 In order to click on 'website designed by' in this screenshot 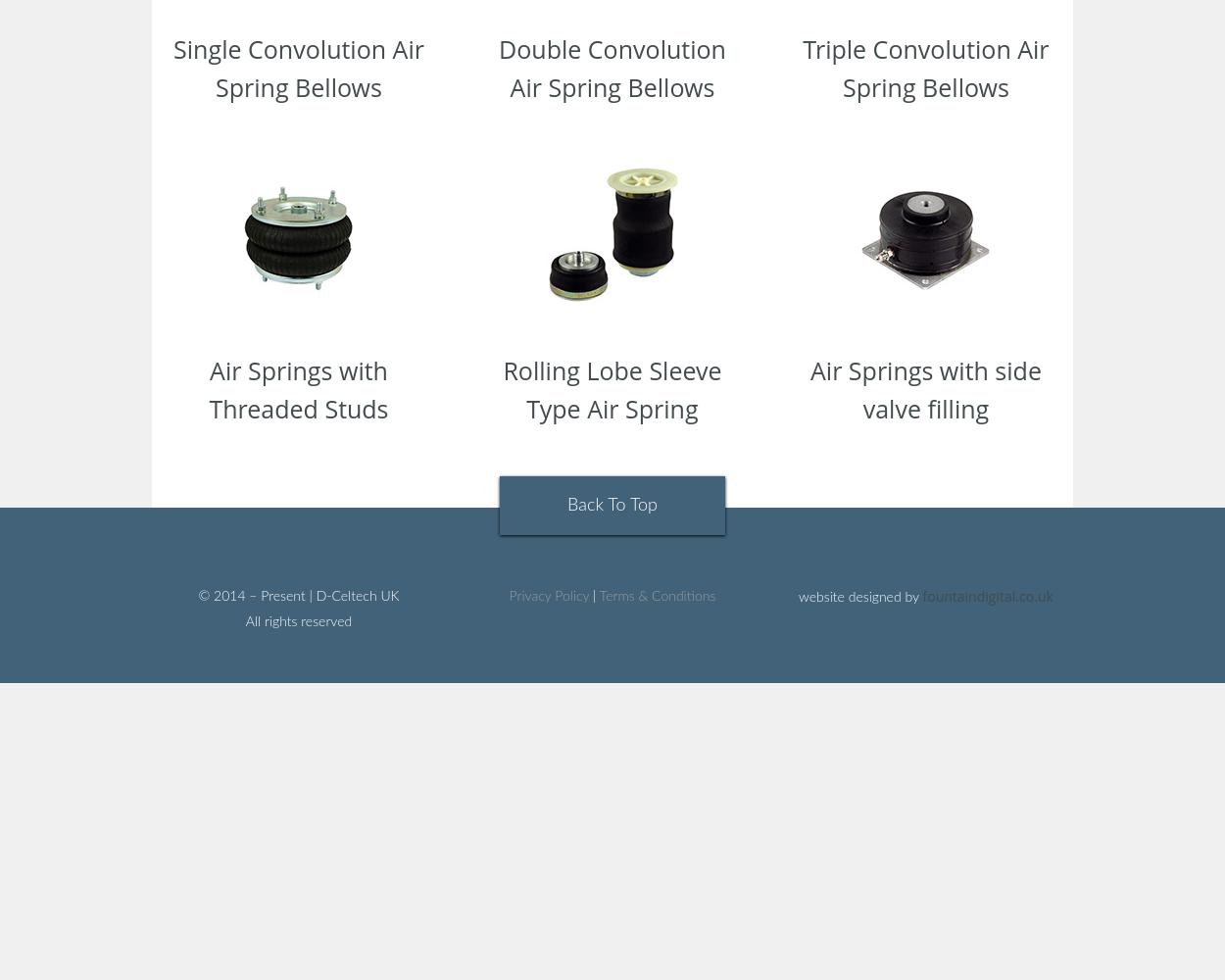, I will do `click(860, 597)`.